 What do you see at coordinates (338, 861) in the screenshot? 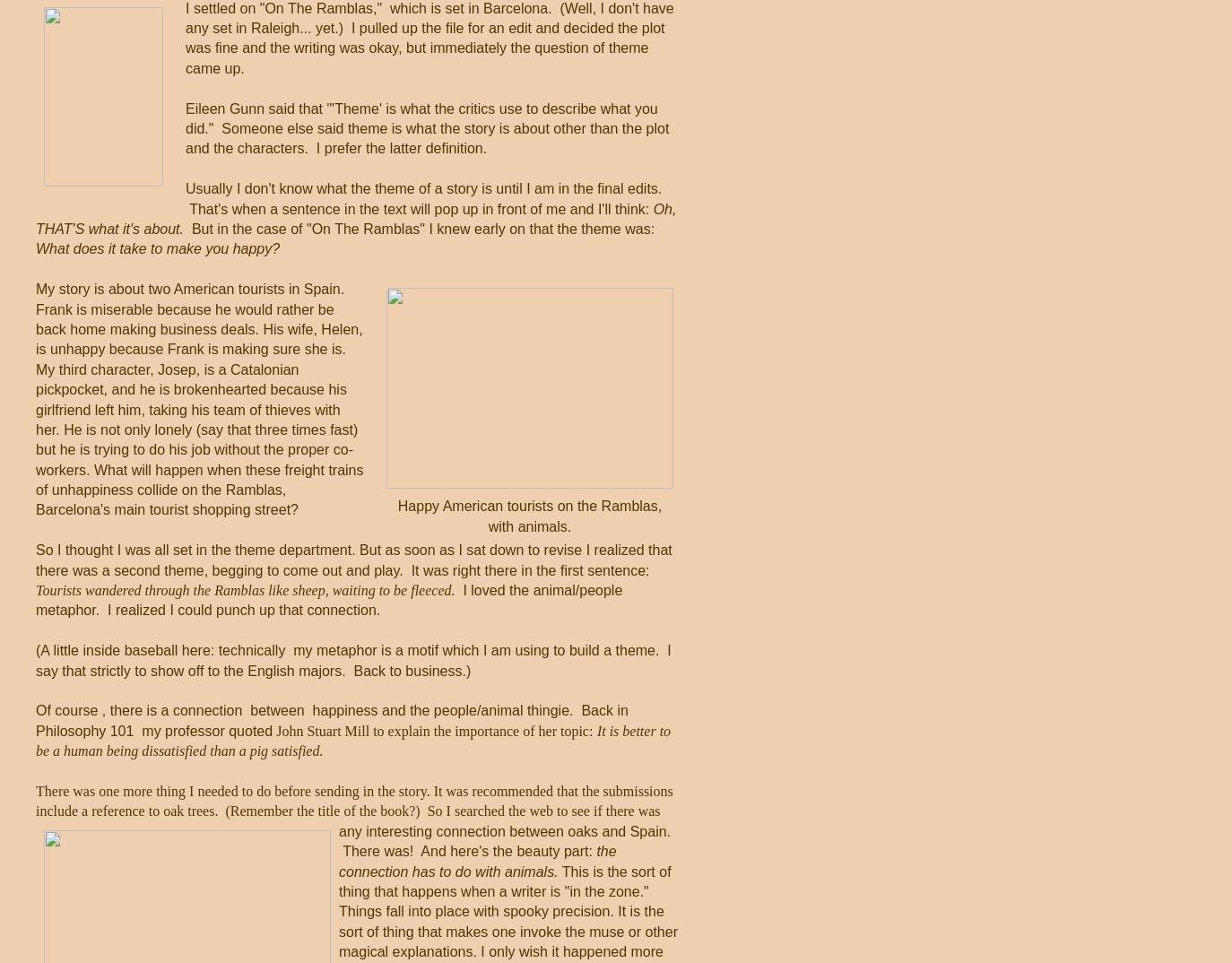
I see `'the connection has to do with animals.'` at bounding box center [338, 861].